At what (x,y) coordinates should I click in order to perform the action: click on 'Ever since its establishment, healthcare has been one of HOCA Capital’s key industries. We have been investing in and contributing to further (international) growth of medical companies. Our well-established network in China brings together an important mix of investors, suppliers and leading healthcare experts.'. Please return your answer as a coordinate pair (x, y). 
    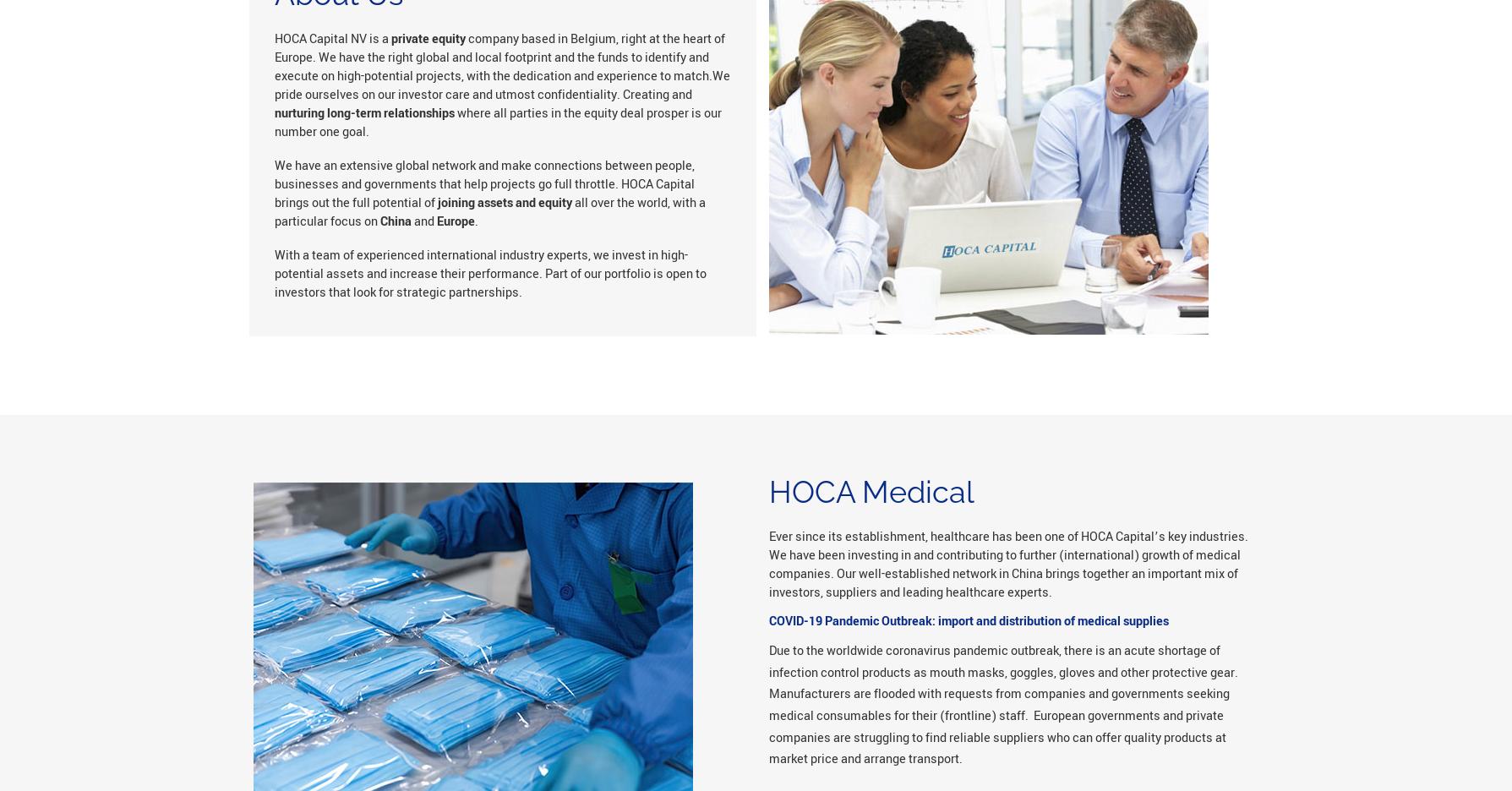
    Looking at the image, I should click on (1007, 564).